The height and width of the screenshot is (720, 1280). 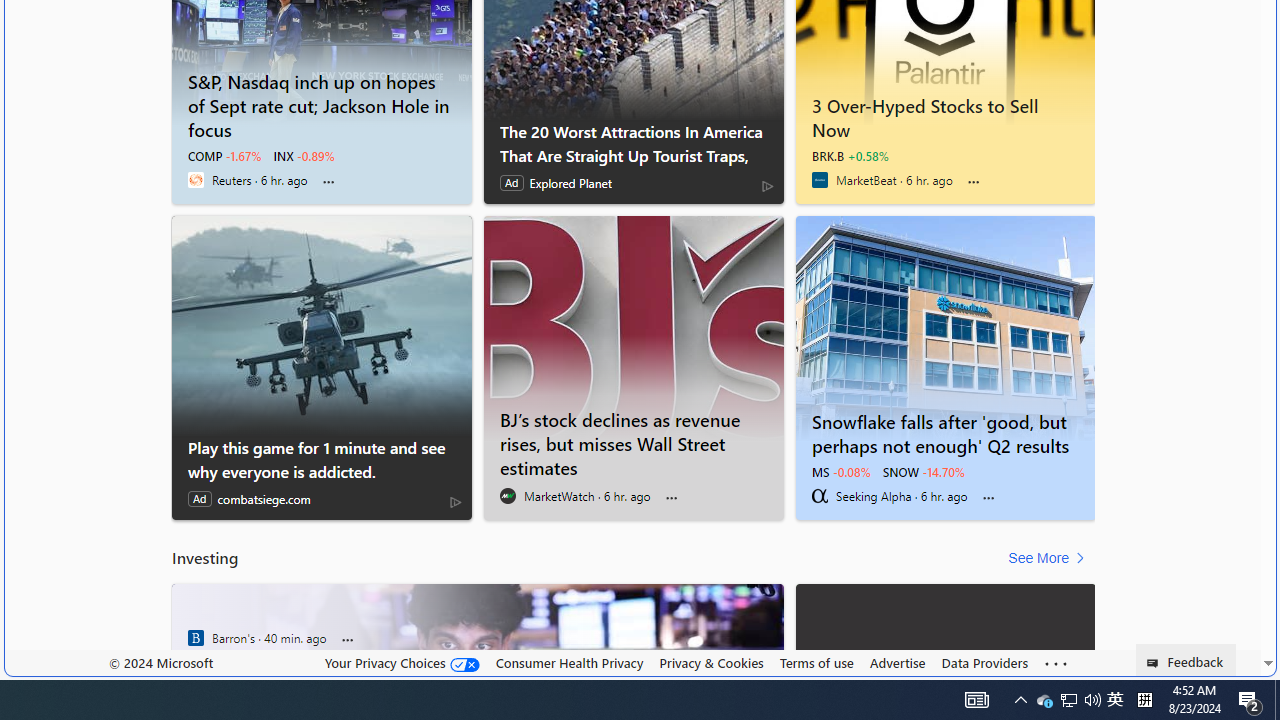 What do you see at coordinates (840, 471) in the screenshot?
I see `'MS -0.08%'` at bounding box center [840, 471].